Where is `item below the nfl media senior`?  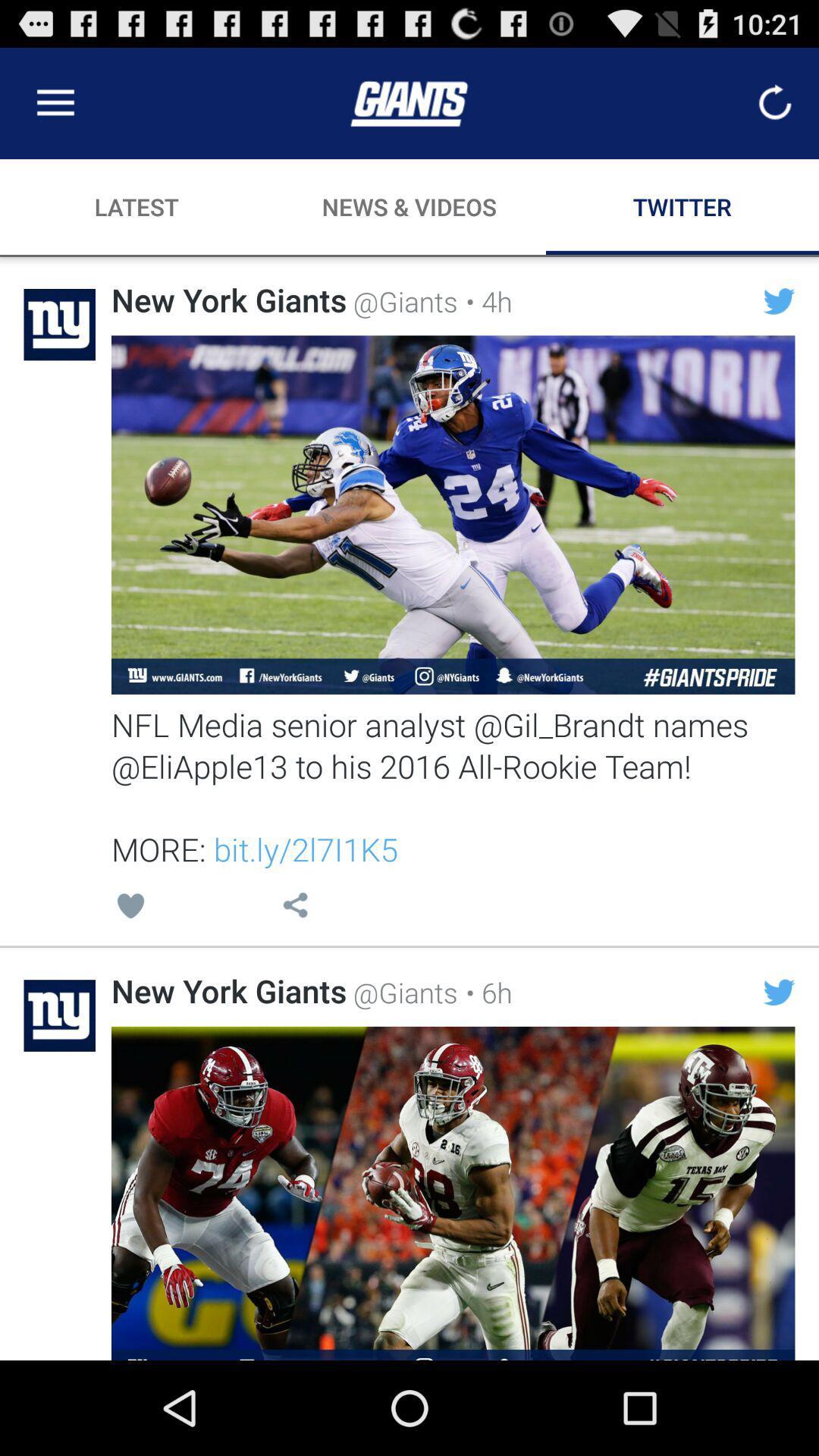
item below the nfl media senior is located at coordinates (130, 908).